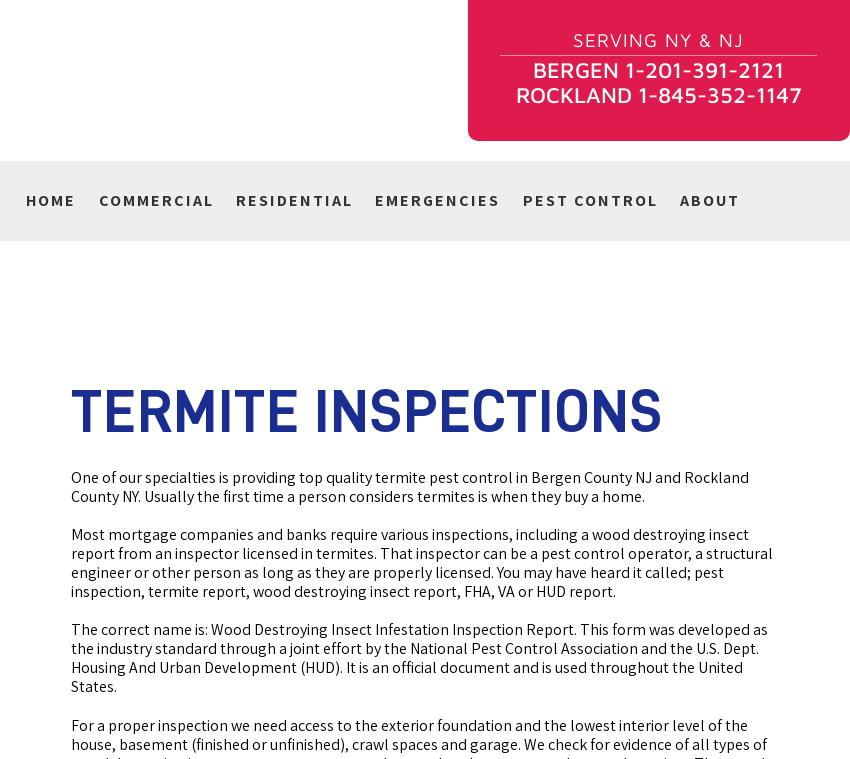 The image size is (850, 759). Describe the element at coordinates (658, 38) in the screenshot. I see `'Serving NY & NJ'` at that location.